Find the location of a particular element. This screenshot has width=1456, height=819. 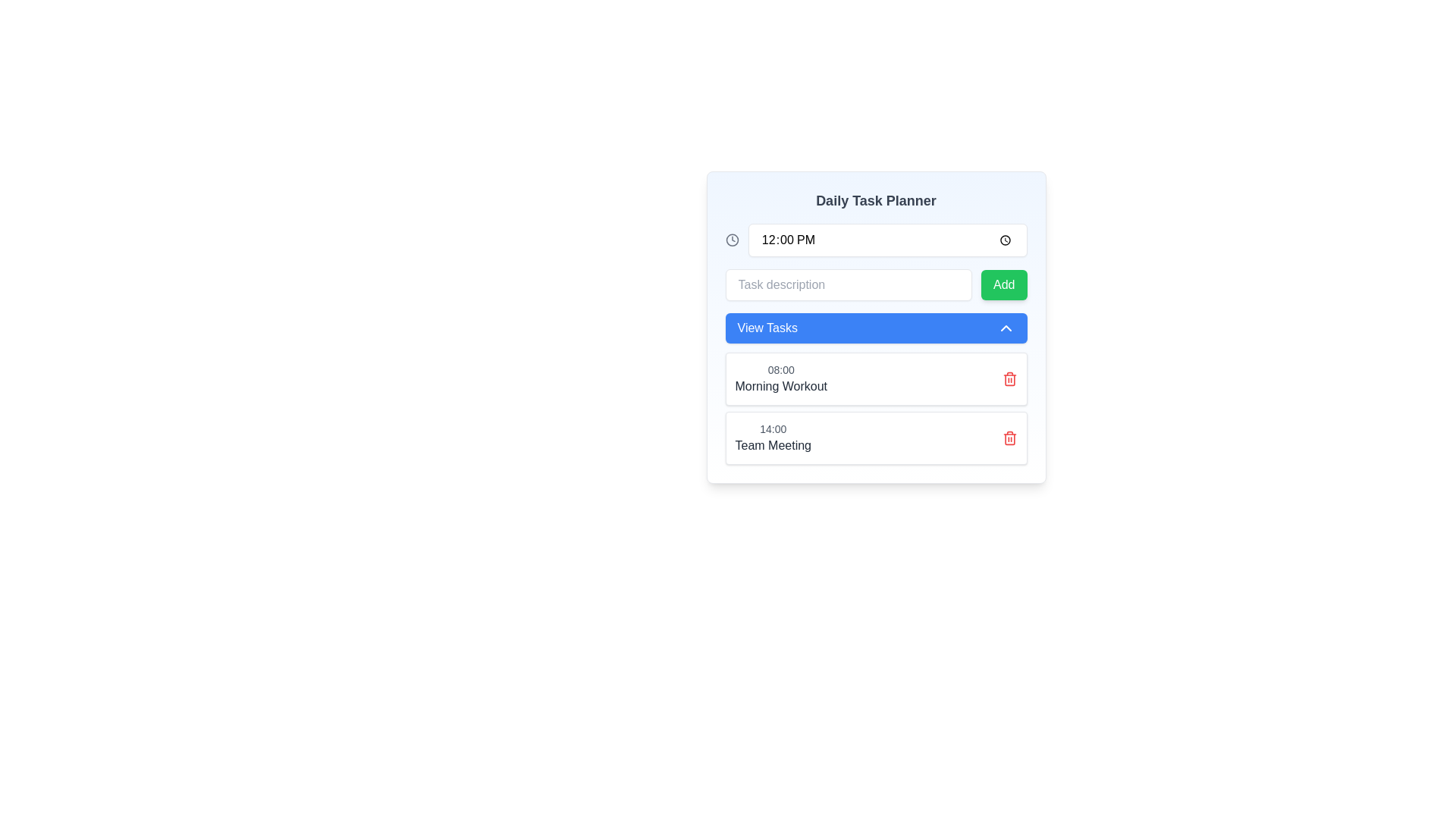

the blue button labeled 'View Tasks' located in the 'Daily Task Planner' card, positioned below the 'Add' button is located at coordinates (876, 327).